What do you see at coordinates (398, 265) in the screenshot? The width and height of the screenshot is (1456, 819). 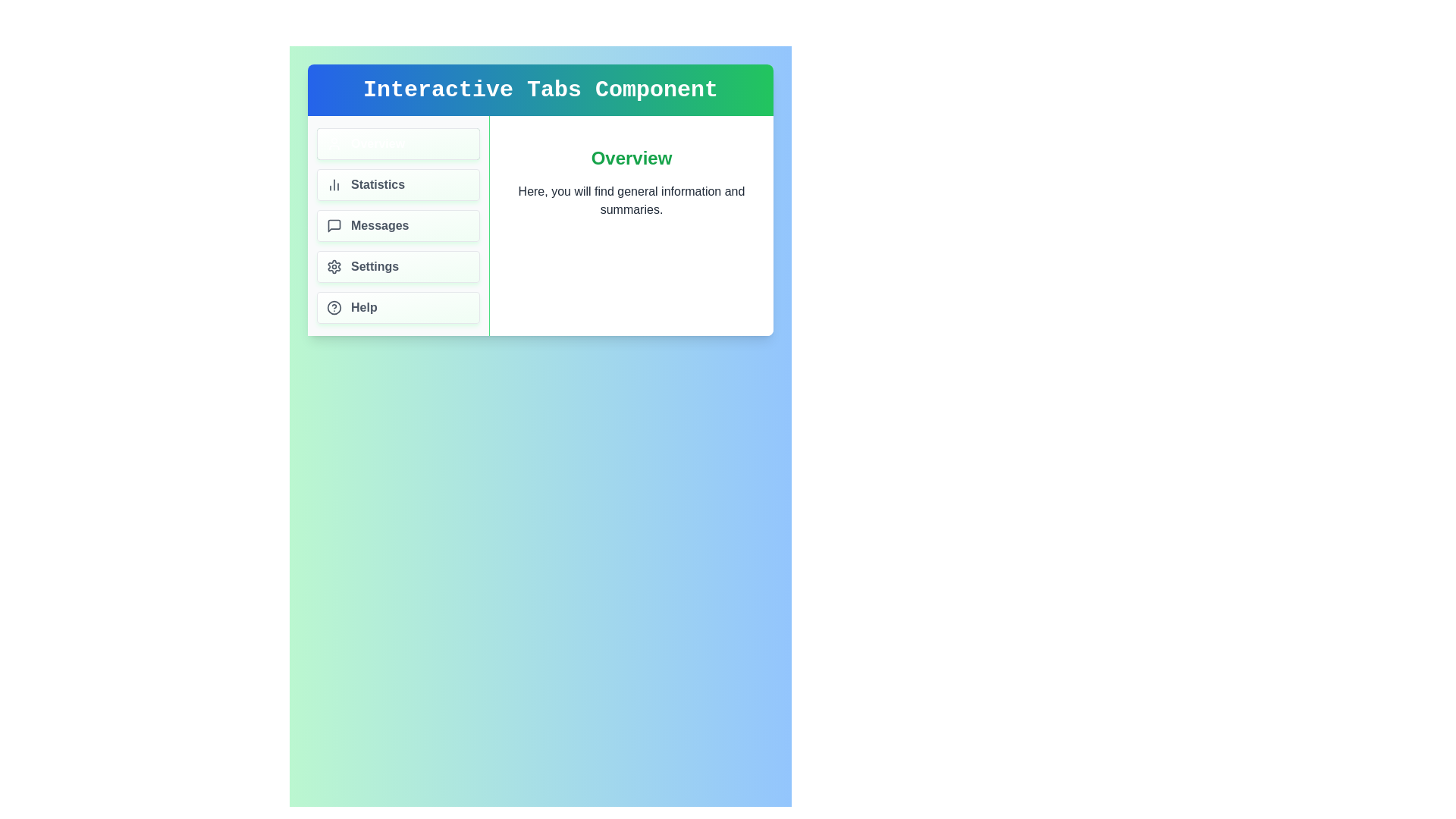 I see `the tab labeled Settings by clicking on its area` at bounding box center [398, 265].